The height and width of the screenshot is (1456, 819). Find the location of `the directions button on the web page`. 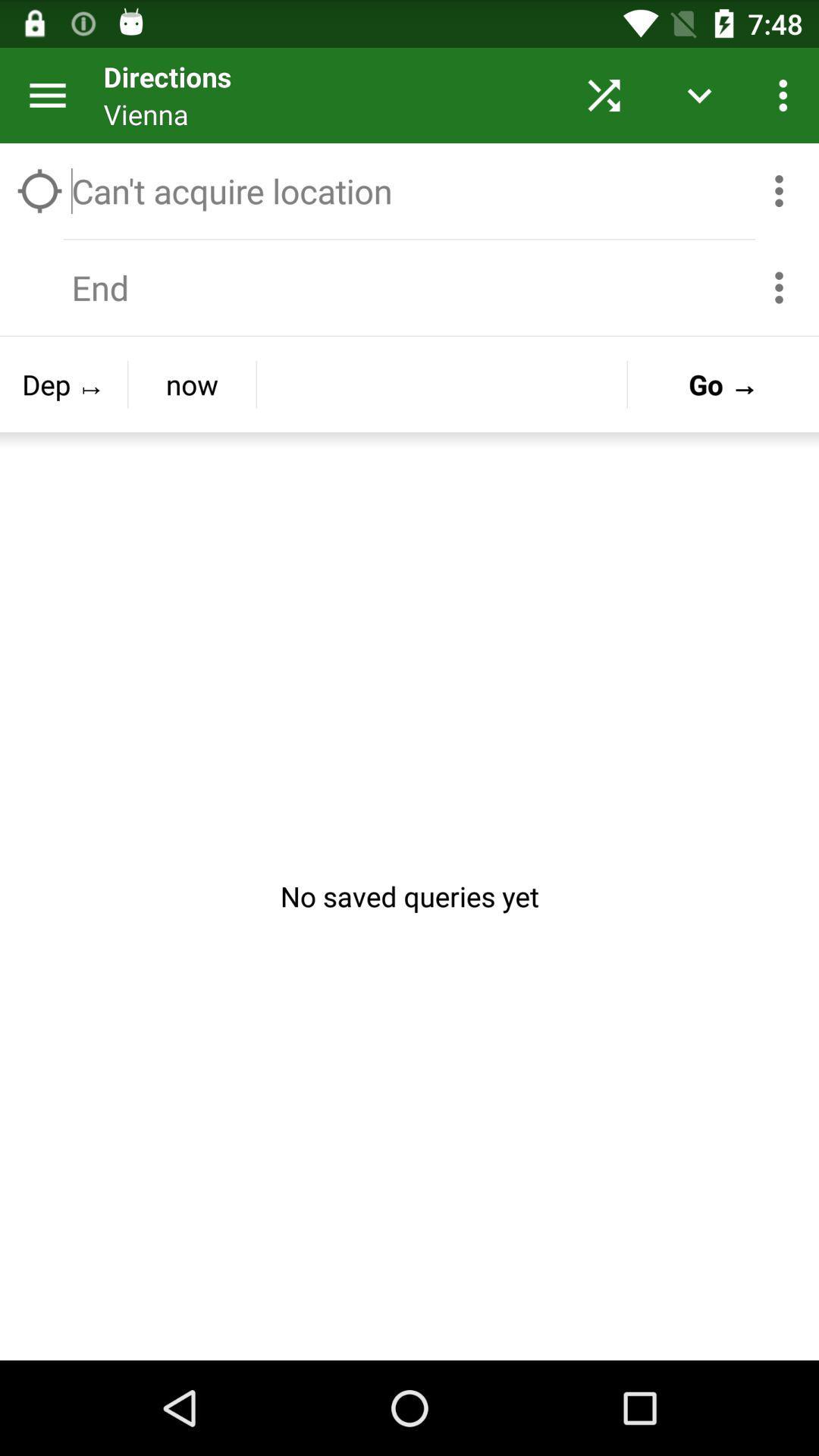

the directions button on the web page is located at coordinates (325, 94).